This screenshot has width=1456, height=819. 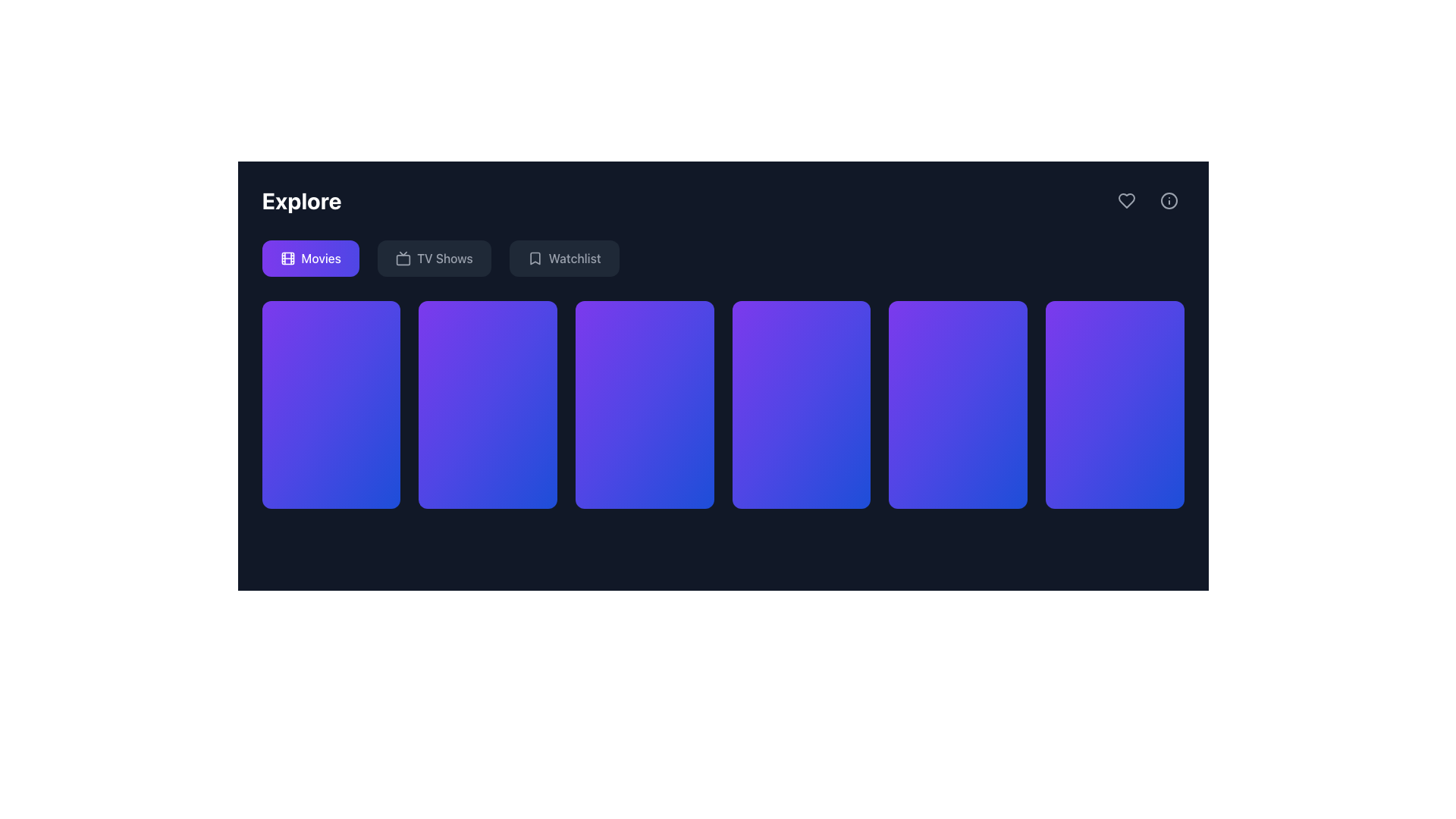 What do you see at coordinates (403, 257) in the screenshot?
I see `the television icon located to the left of the 'TV Shows' label, which features a simplistic gray design against a dark background` at bounding box center [403, 257].